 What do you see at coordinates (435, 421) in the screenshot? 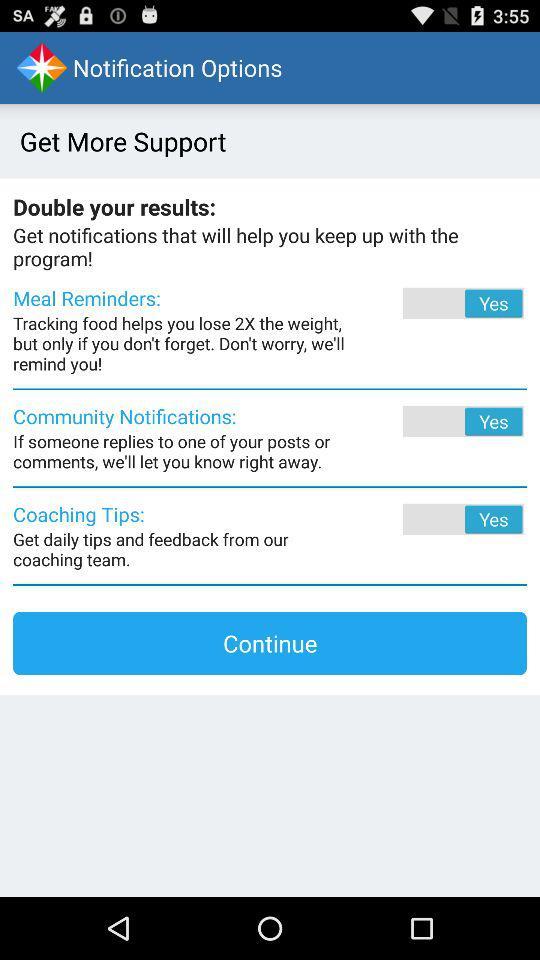
I see `the item next to community notifications: app` at bounding box center [435, 421].